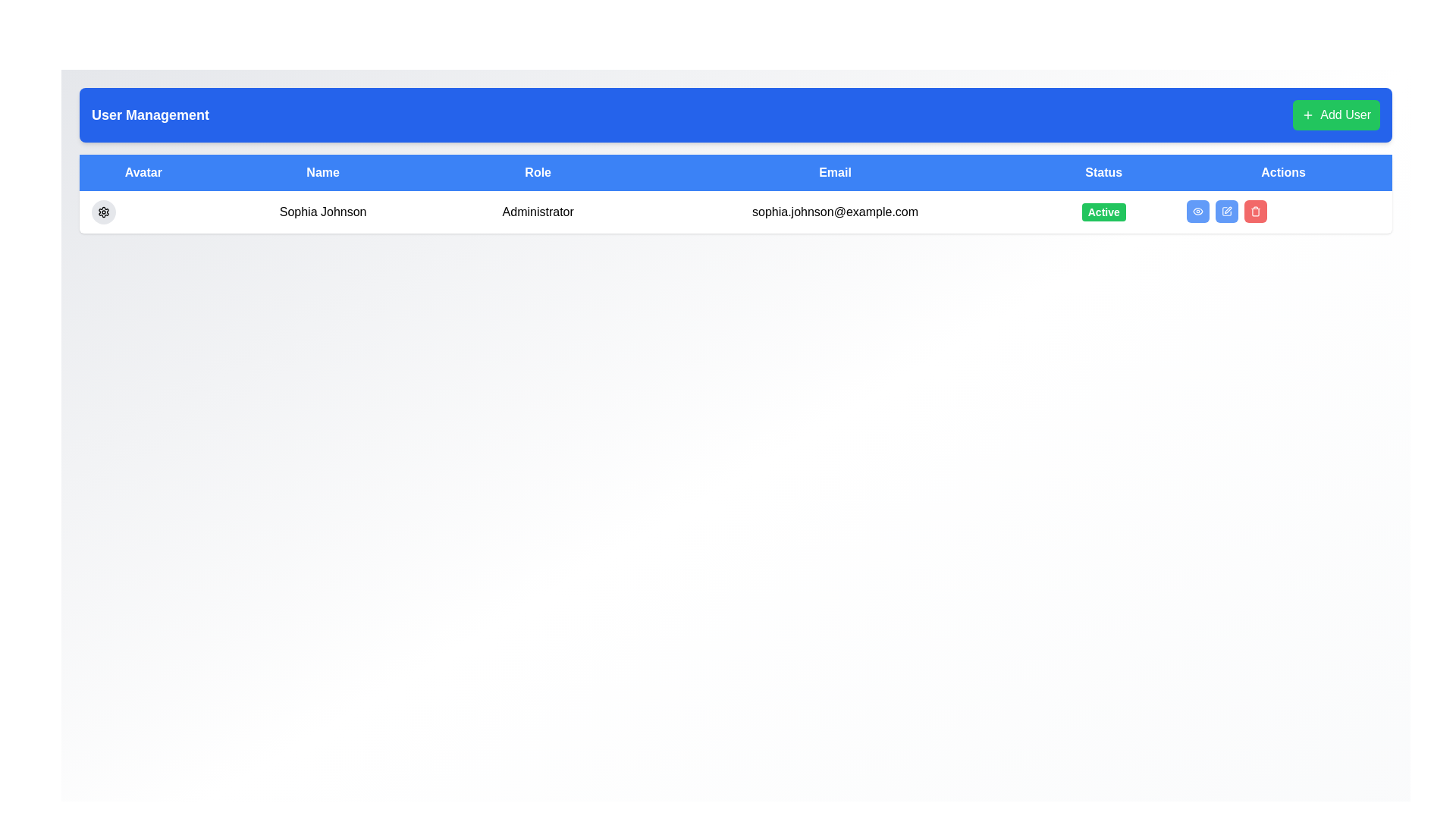 The image size is (1456, 819). I want to click on the 'Role' text label in the table header, which is the third column located between 'Name' and 'Email', so click(538, 171).